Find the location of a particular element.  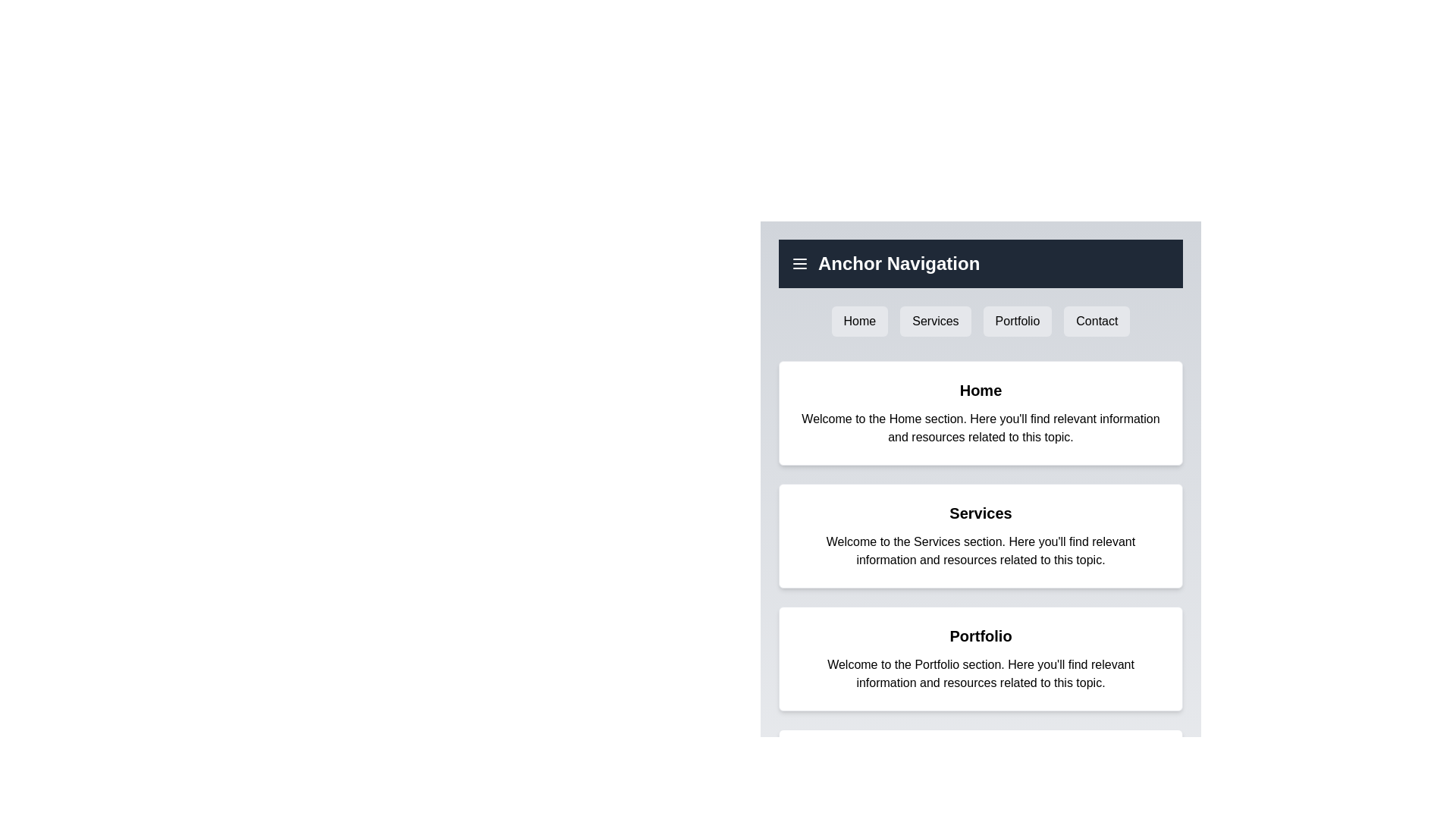

the informational text block located in the second row beneath the 'Home' title in the top central part of the interface is located at coordinates (981, 428).